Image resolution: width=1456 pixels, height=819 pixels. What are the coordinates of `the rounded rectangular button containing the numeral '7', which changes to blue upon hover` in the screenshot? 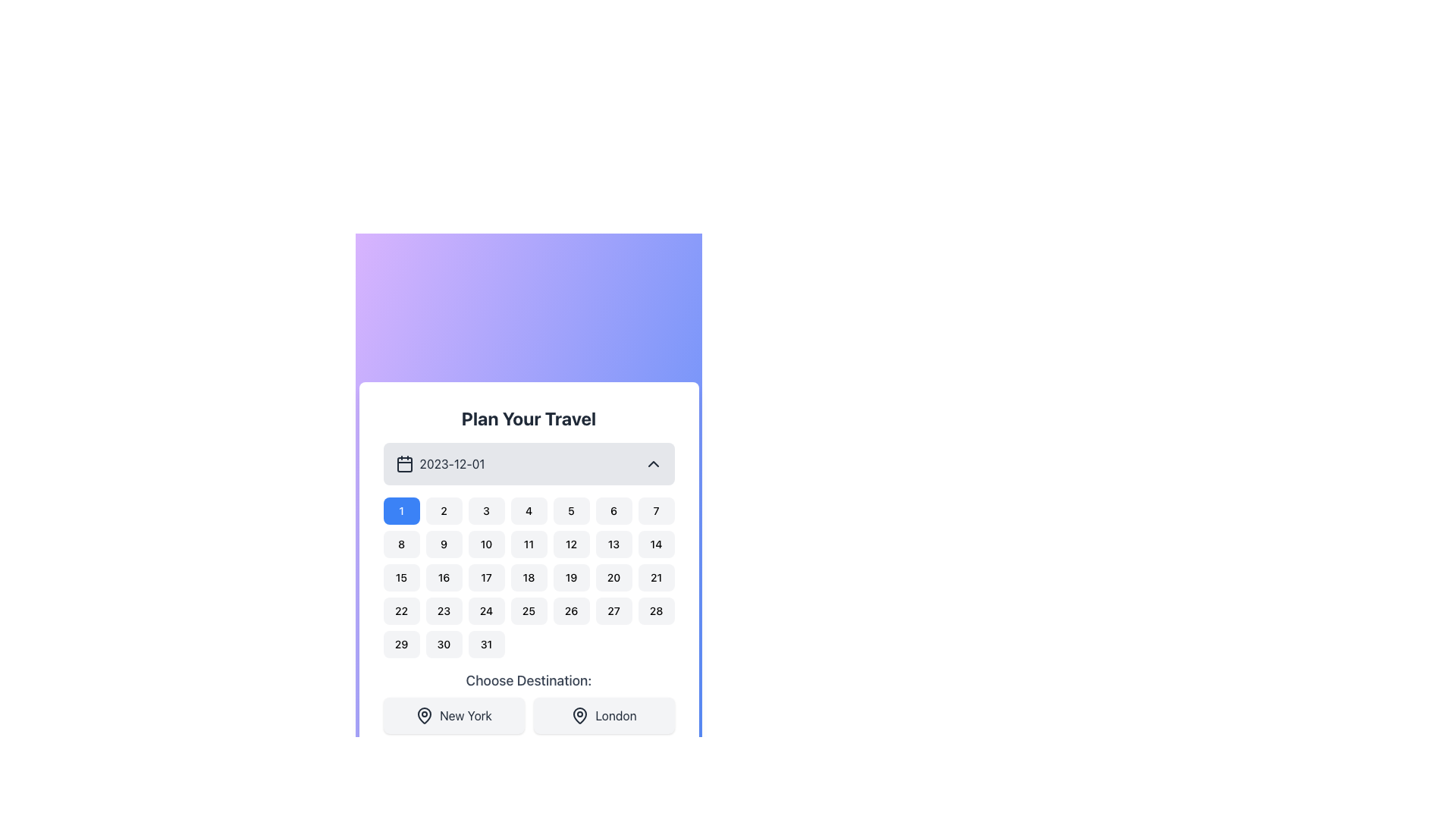 It's located at (656, 511).